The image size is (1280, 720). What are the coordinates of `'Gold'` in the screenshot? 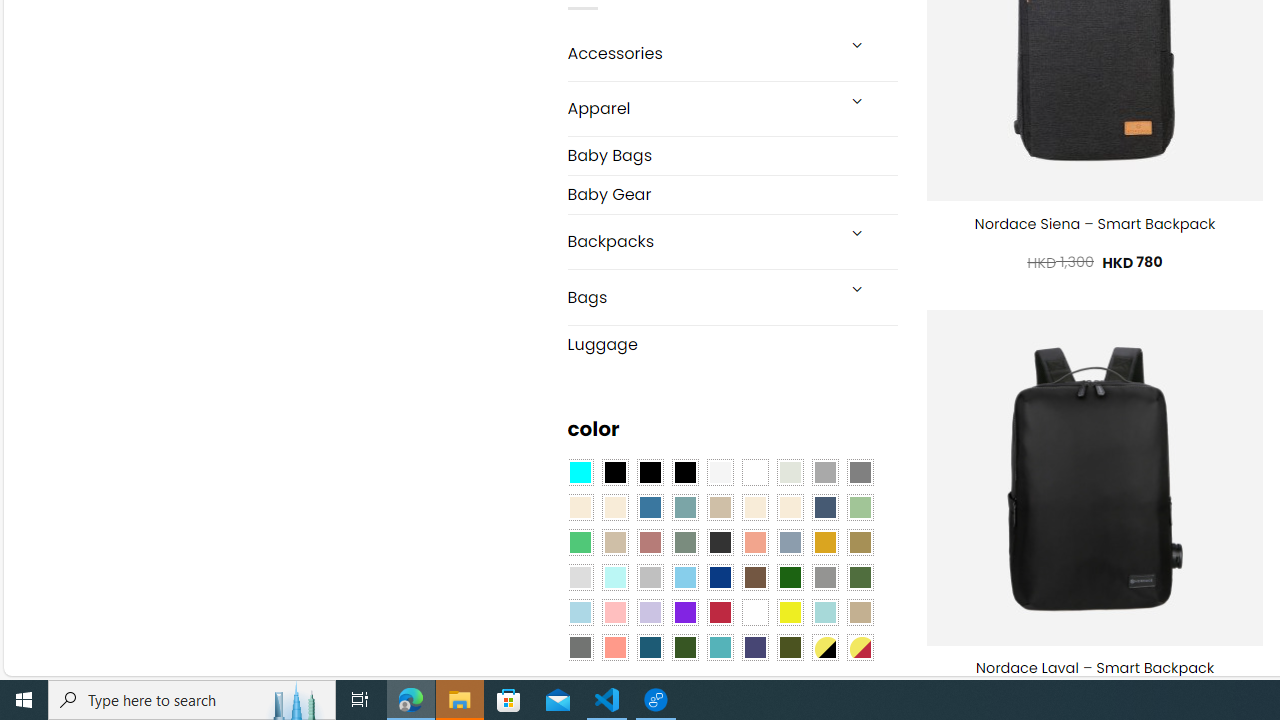 It's located at (824, 542).